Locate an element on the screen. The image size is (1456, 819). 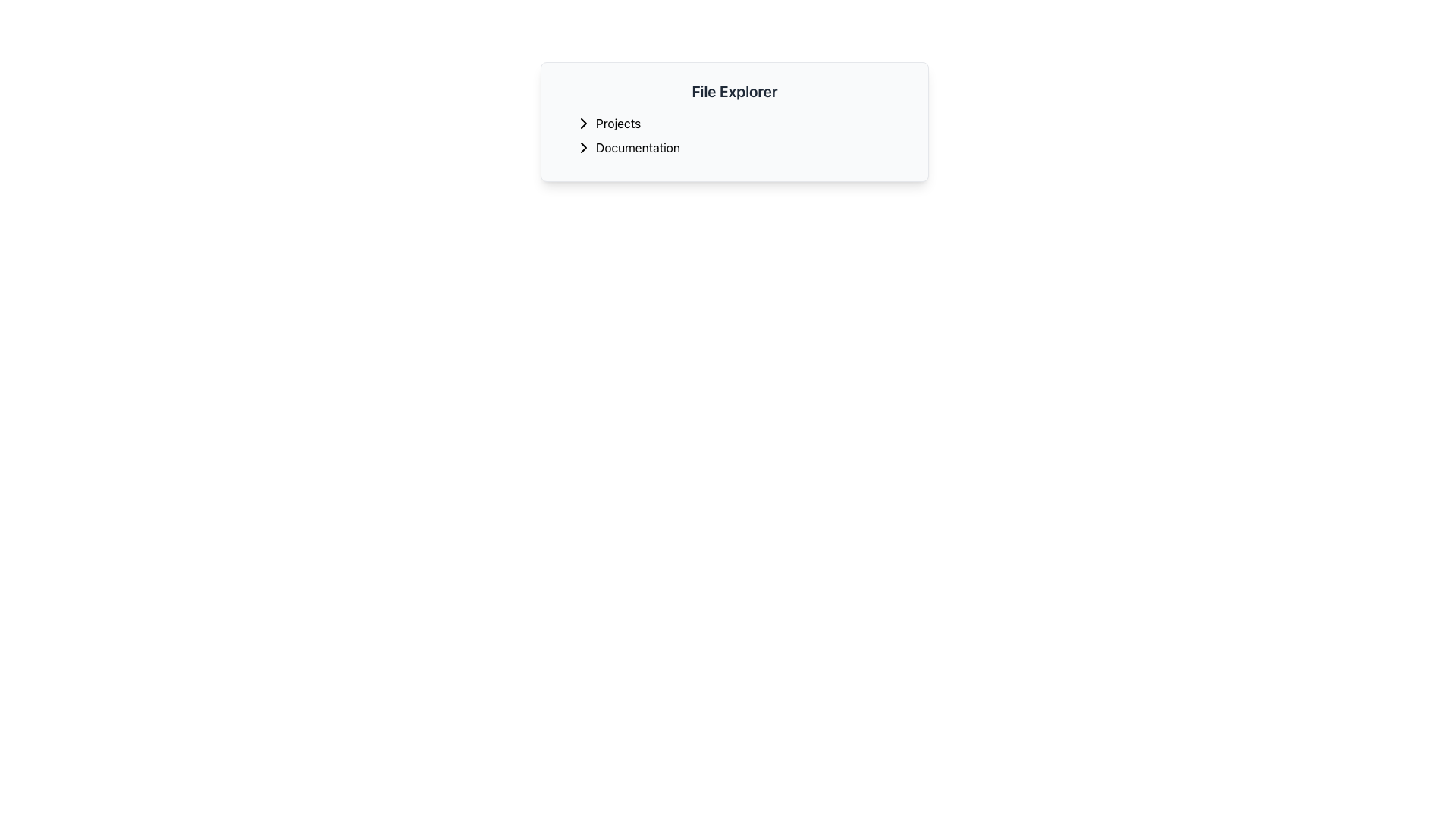
the 'Documentation' text label displayed in black font within the light gray 'File Explorer' panel is located at coordinates (638, 148).